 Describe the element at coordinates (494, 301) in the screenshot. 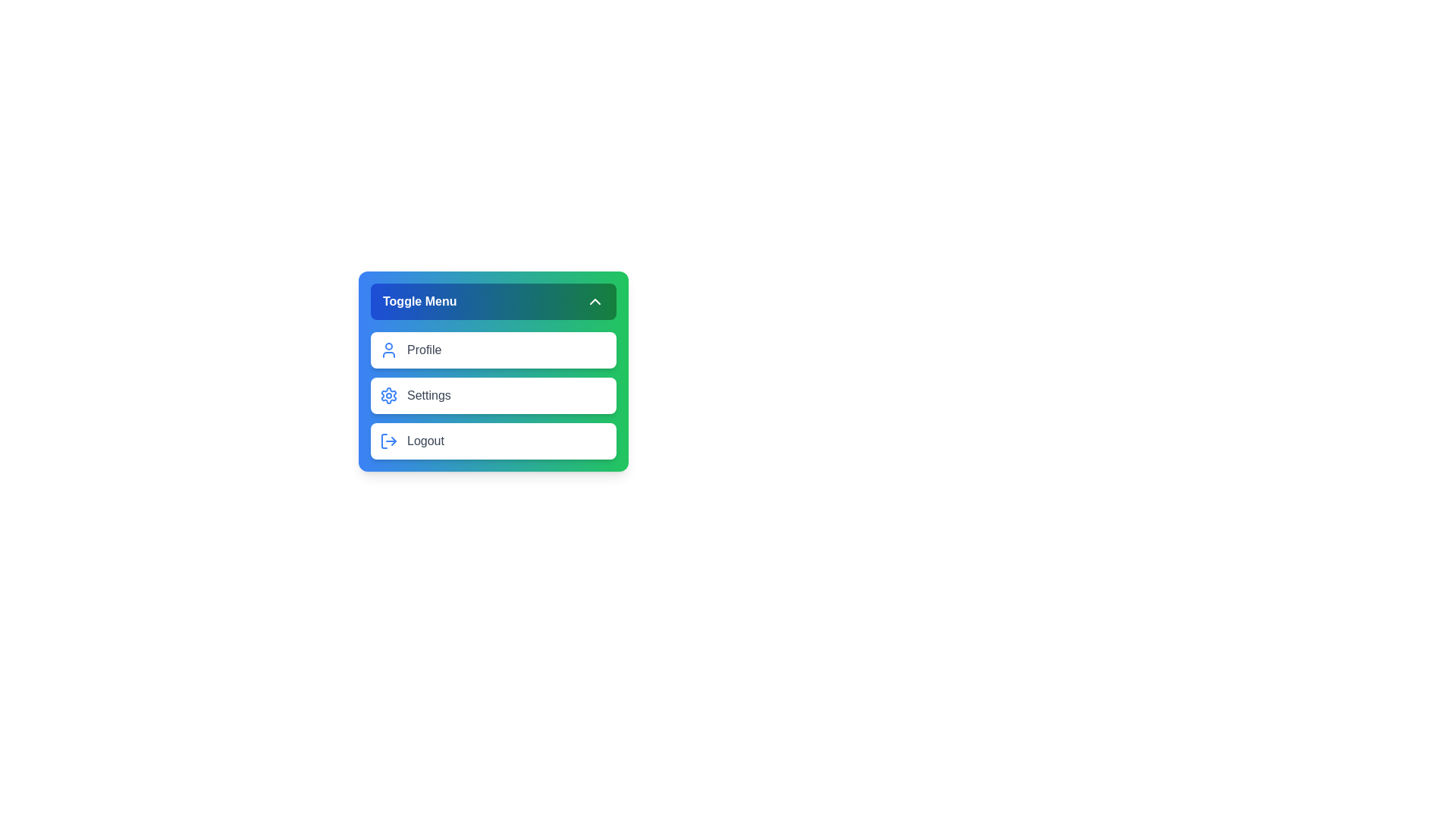

I see `the 'Toggle Menu' button to toggle the menu visibility` at that location.